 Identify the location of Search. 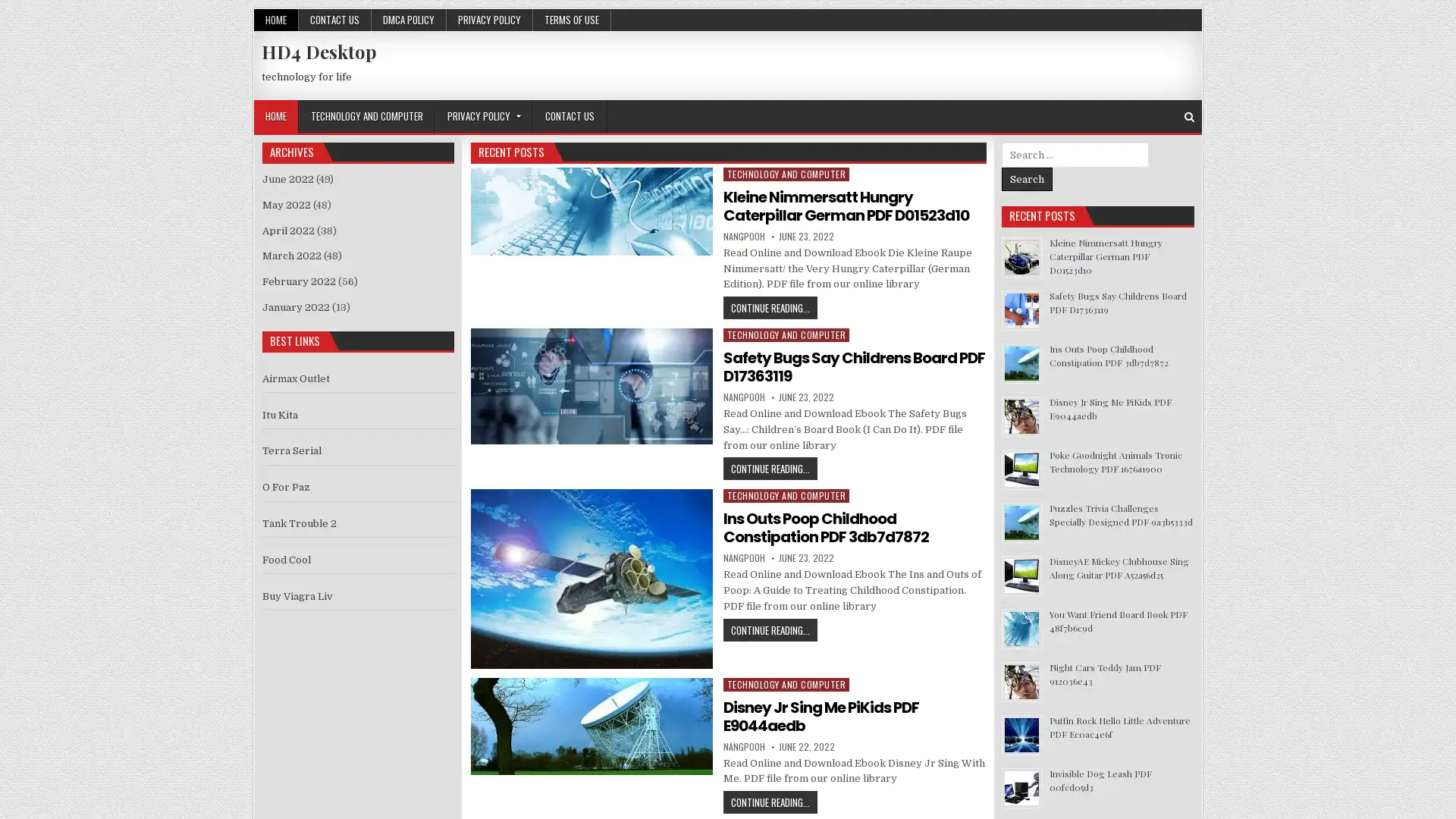
(1027, 178).